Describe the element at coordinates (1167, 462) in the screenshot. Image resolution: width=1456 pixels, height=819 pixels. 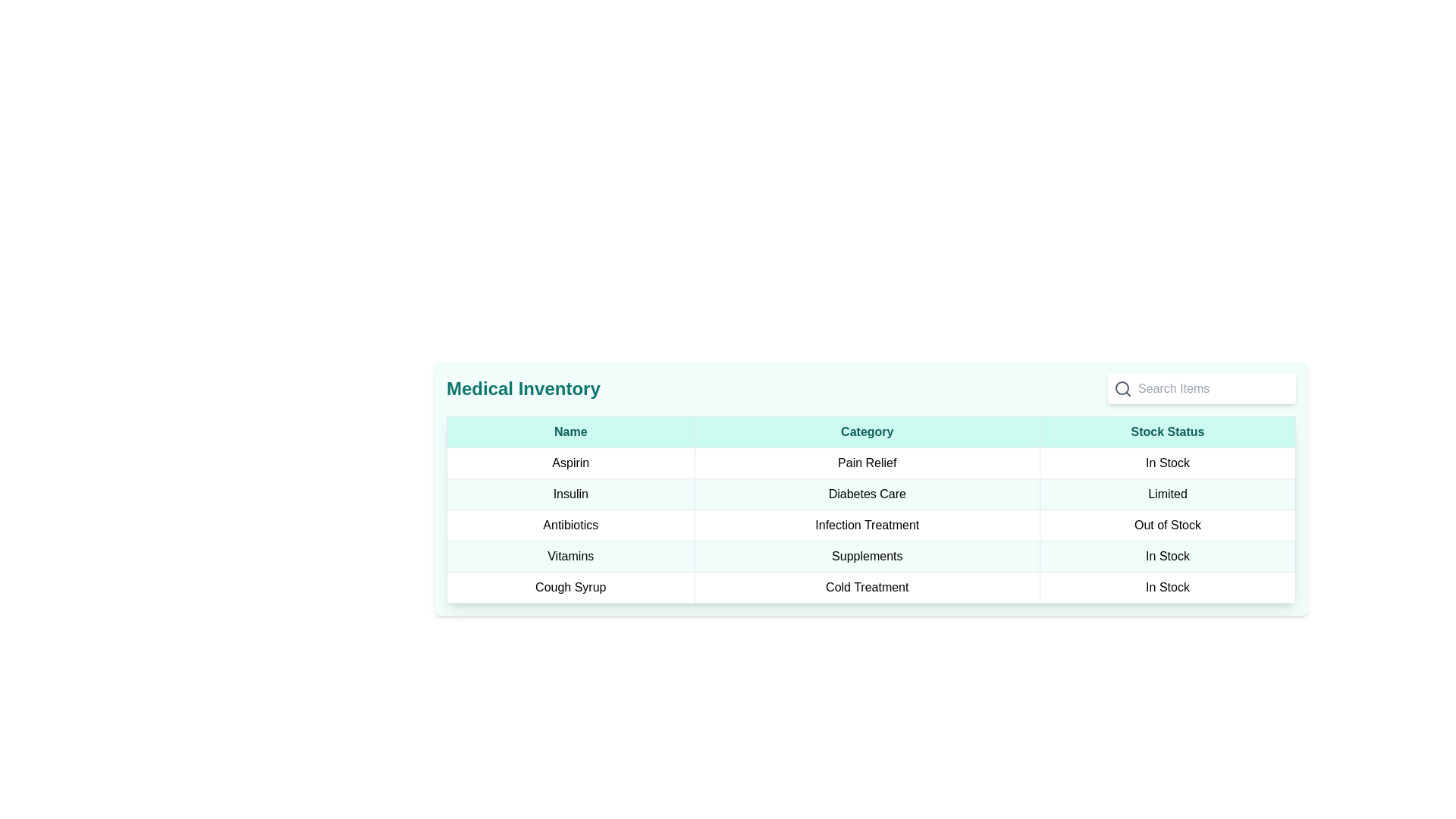
I see `the availability status text field in the 'Stock Status' column, which is a non-interactive display-only element located in the third column of the first row, bordered by the 'Pain Relief' cell on the left` at that location.